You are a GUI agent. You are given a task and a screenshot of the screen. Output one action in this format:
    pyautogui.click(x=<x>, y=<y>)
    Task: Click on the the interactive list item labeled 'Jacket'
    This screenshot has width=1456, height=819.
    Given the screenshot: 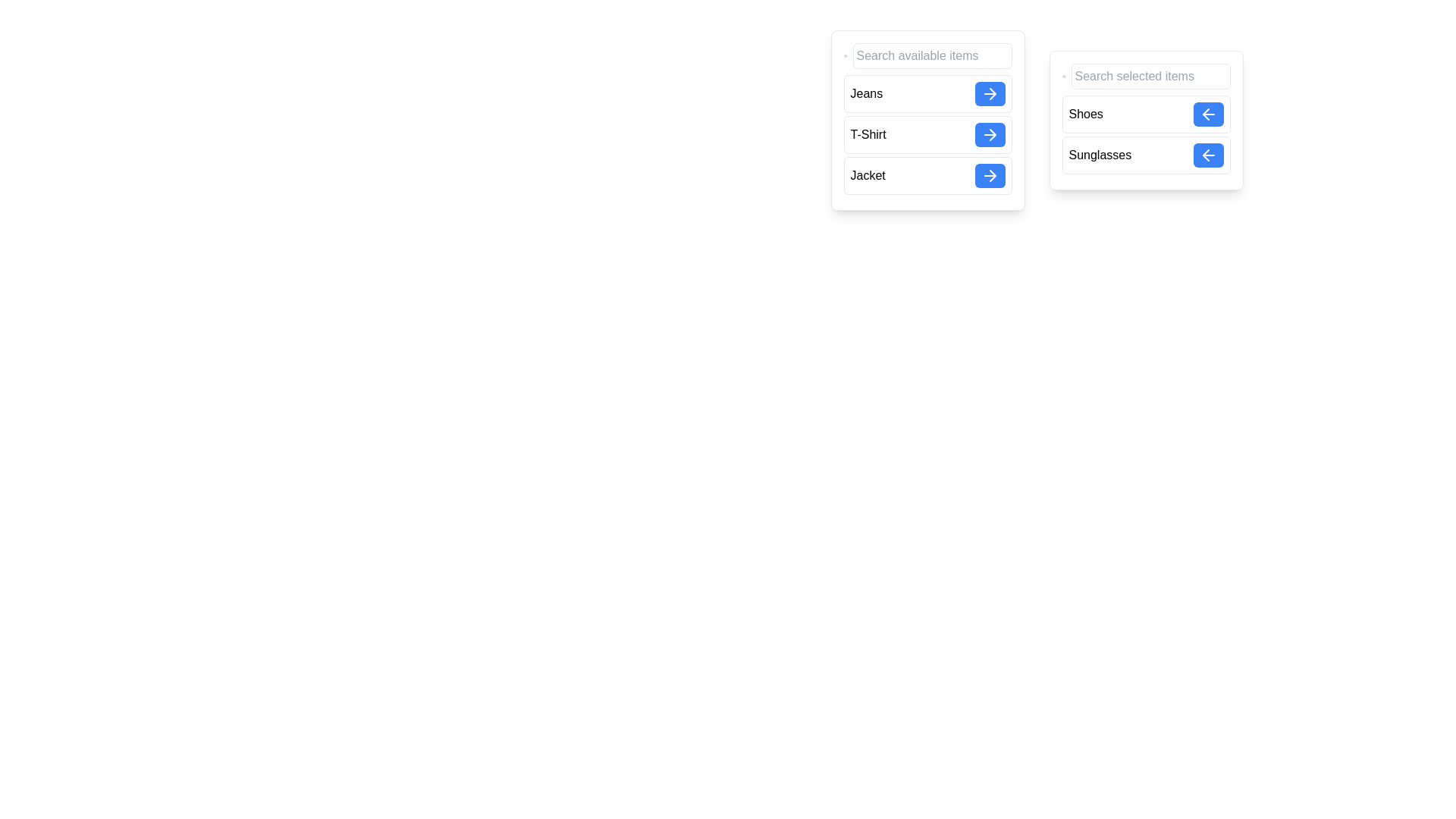 What is the action you would take?
    pyautogui.click(x=927, y=174)
    